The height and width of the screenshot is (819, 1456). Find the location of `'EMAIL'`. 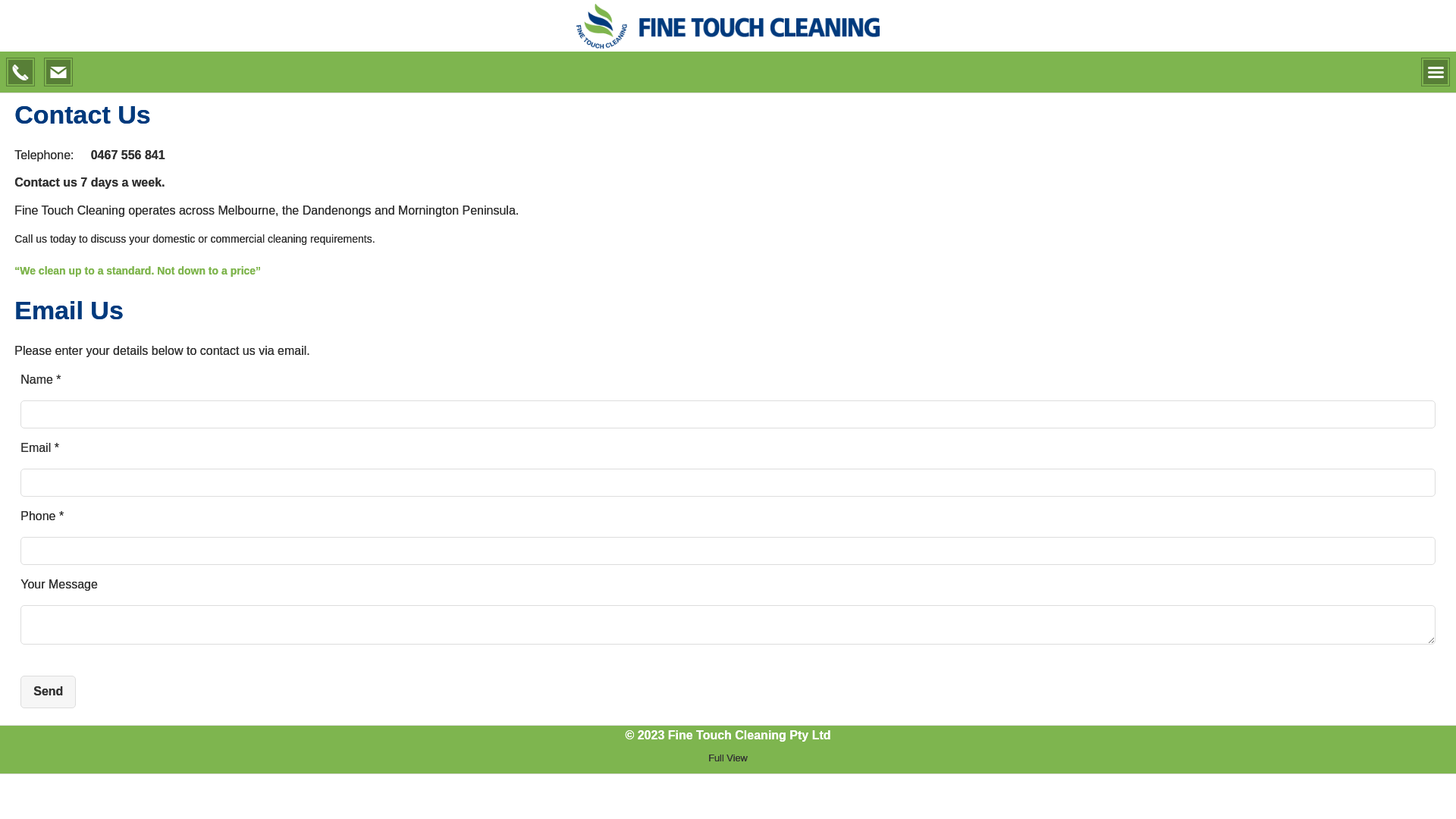

'EMAIL' is located at coordinates (58, 72).